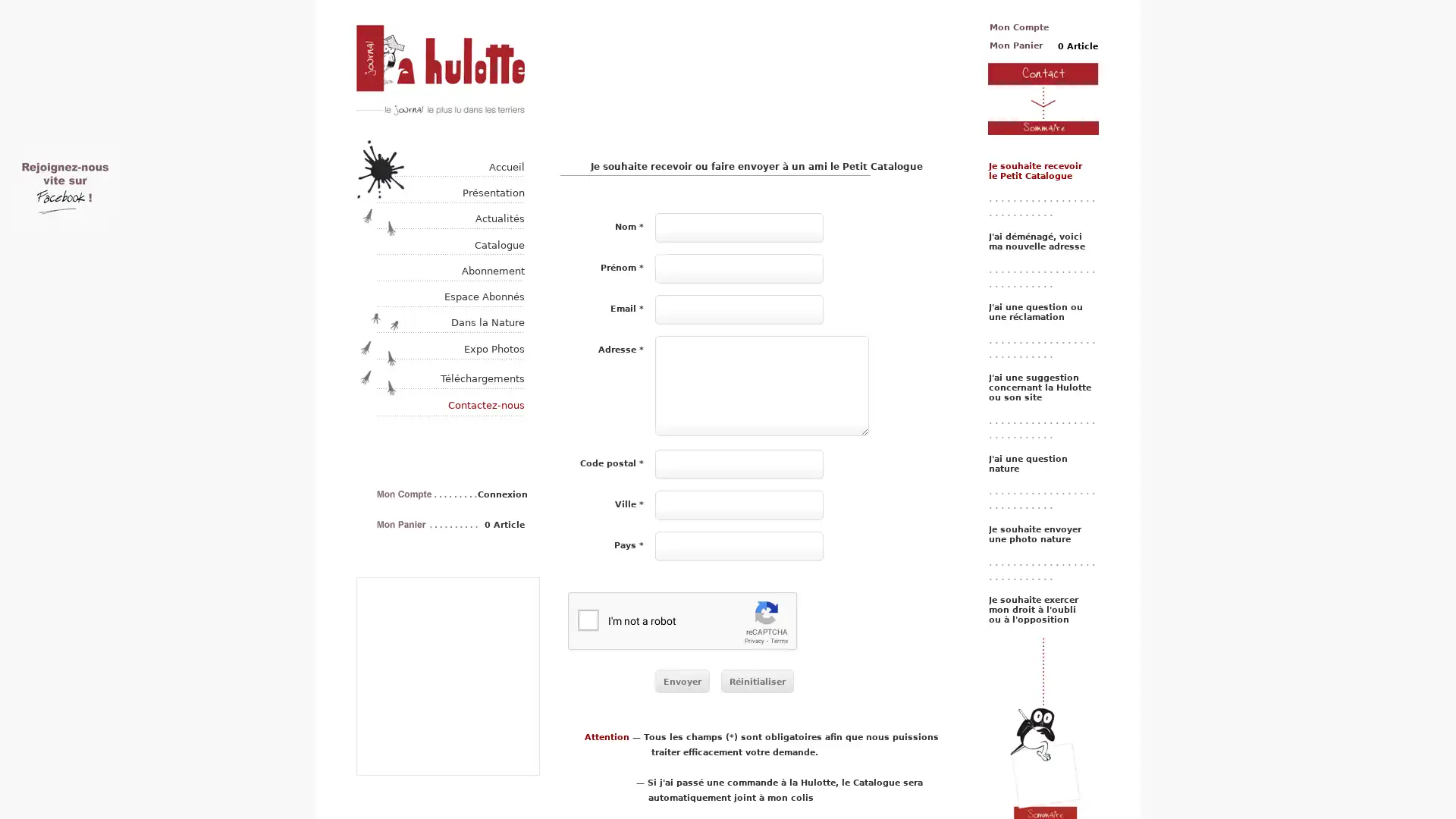 This screenshot has width=1456, height=819. I want to click on Envoyer, so click(682, 679).